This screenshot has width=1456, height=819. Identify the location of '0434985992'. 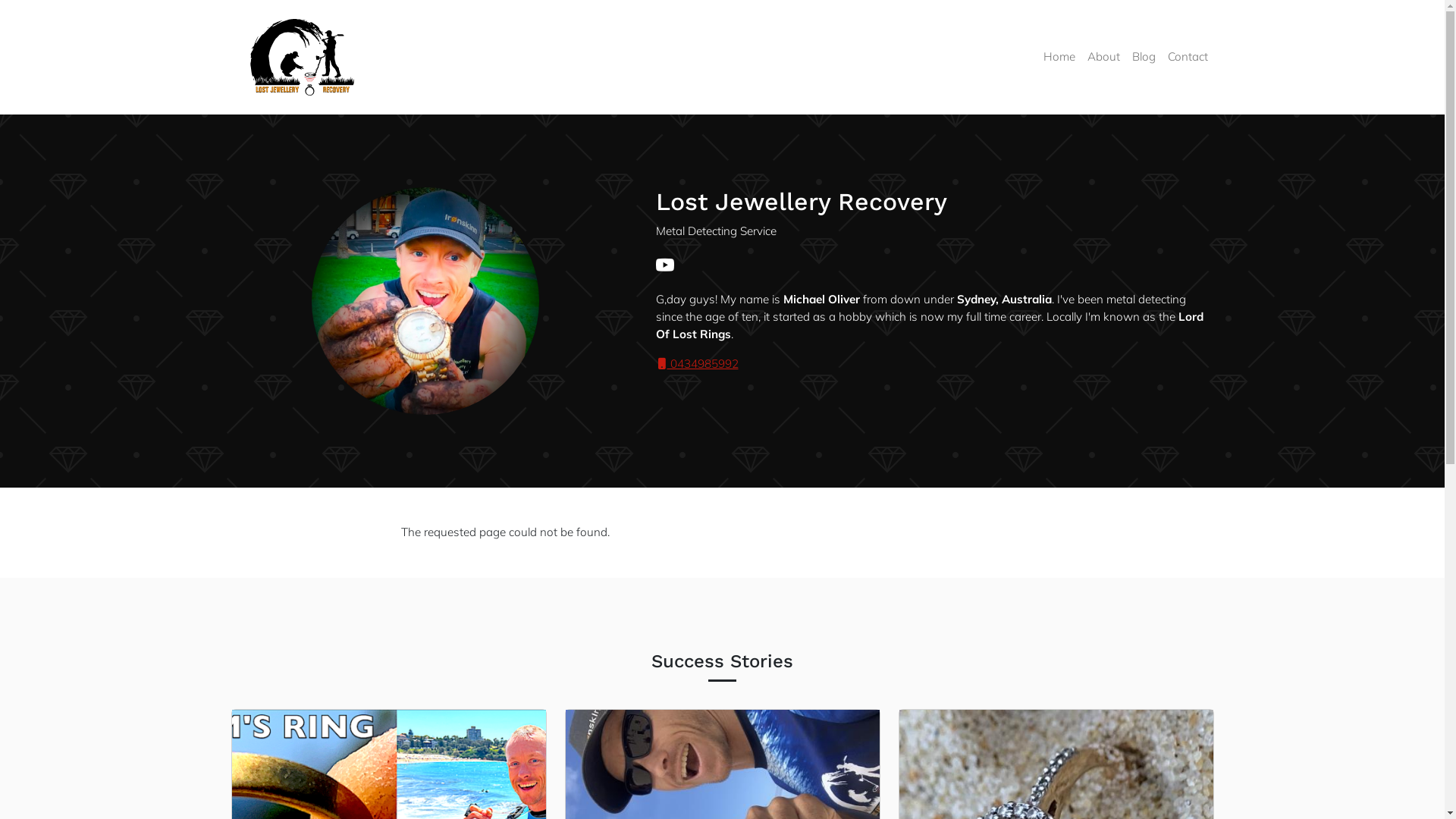
(695, 363).